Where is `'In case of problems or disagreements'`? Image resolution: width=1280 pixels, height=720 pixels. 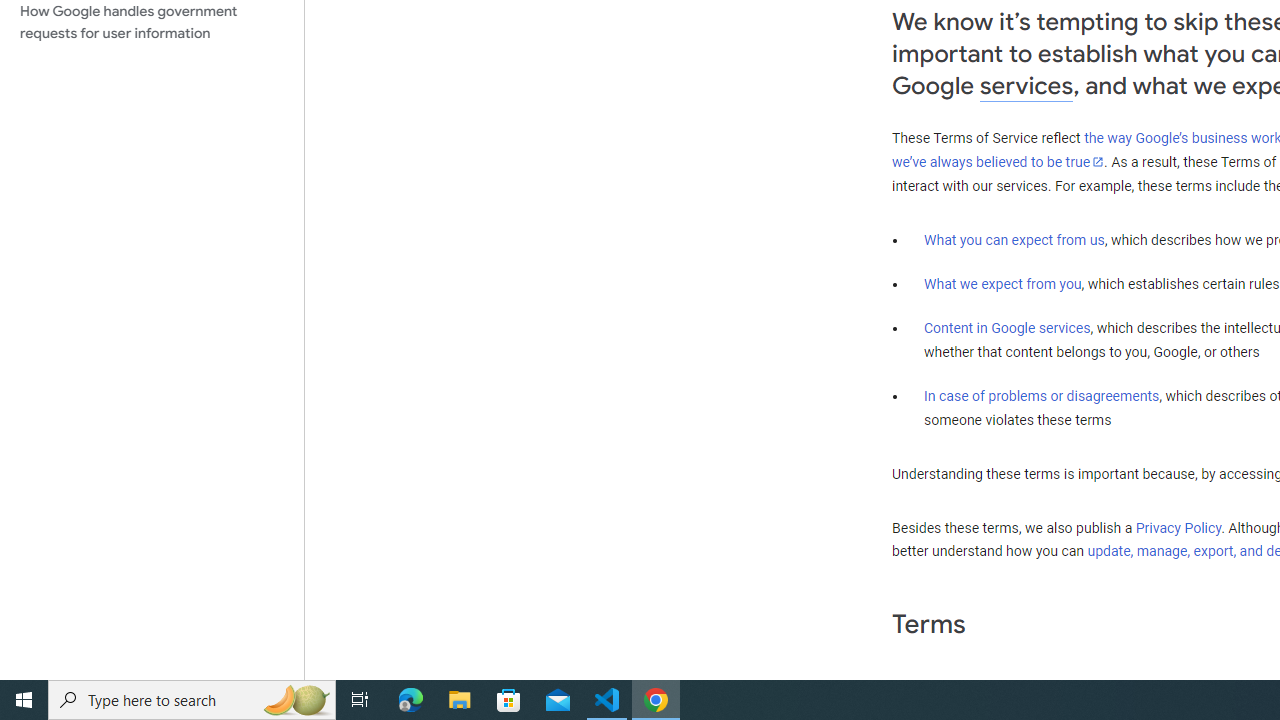
'In case of problems or disagreements' is located at coordinates (1040, 396).